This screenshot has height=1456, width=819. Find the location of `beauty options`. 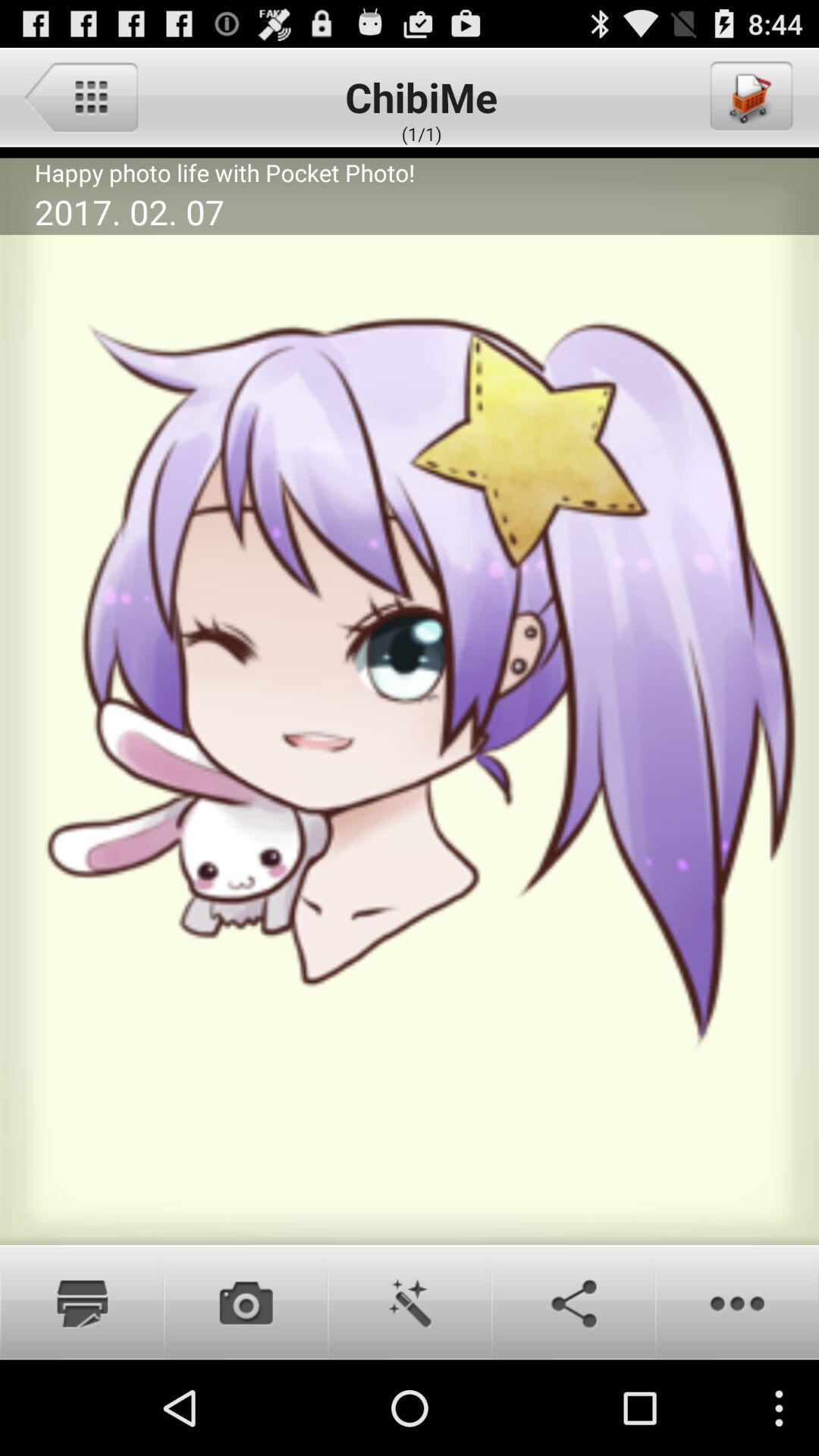

beauty options is located at coordinates (409, 1301).